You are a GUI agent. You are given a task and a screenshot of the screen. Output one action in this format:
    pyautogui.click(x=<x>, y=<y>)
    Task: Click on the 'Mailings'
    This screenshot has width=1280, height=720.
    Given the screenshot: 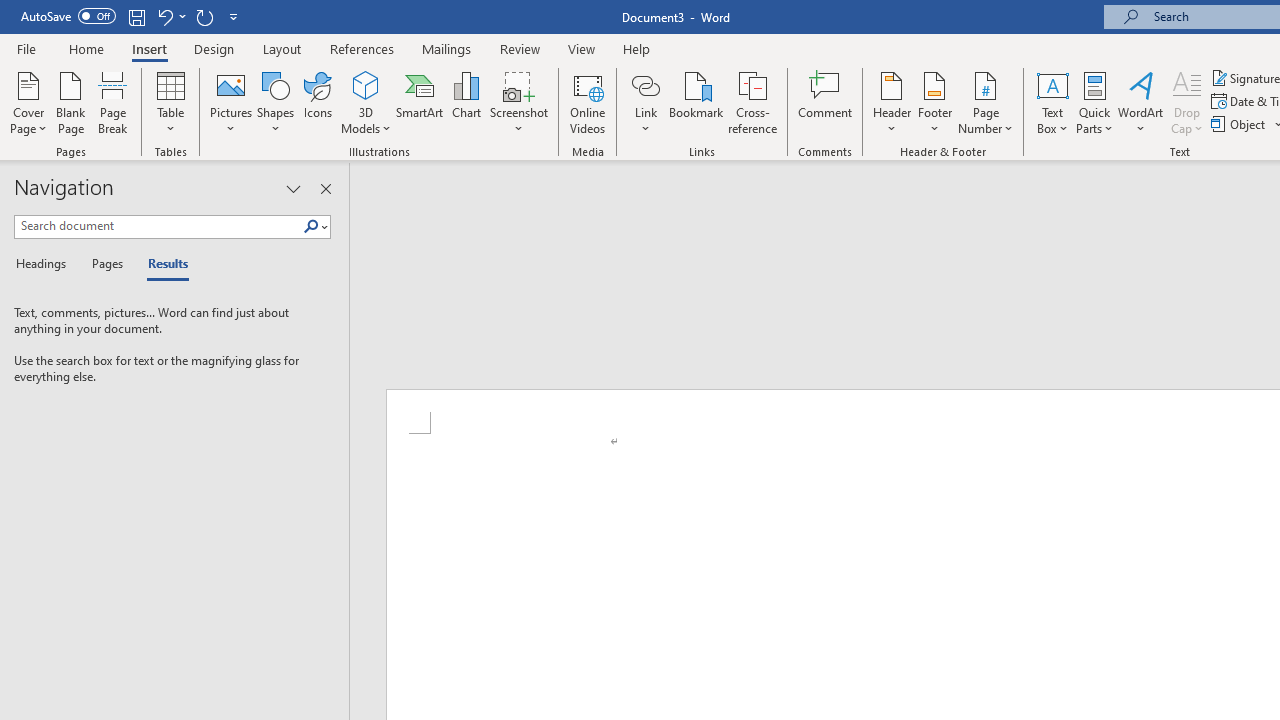 What is the action you would take?
    pyautogui.click(x=446, y=48)
    